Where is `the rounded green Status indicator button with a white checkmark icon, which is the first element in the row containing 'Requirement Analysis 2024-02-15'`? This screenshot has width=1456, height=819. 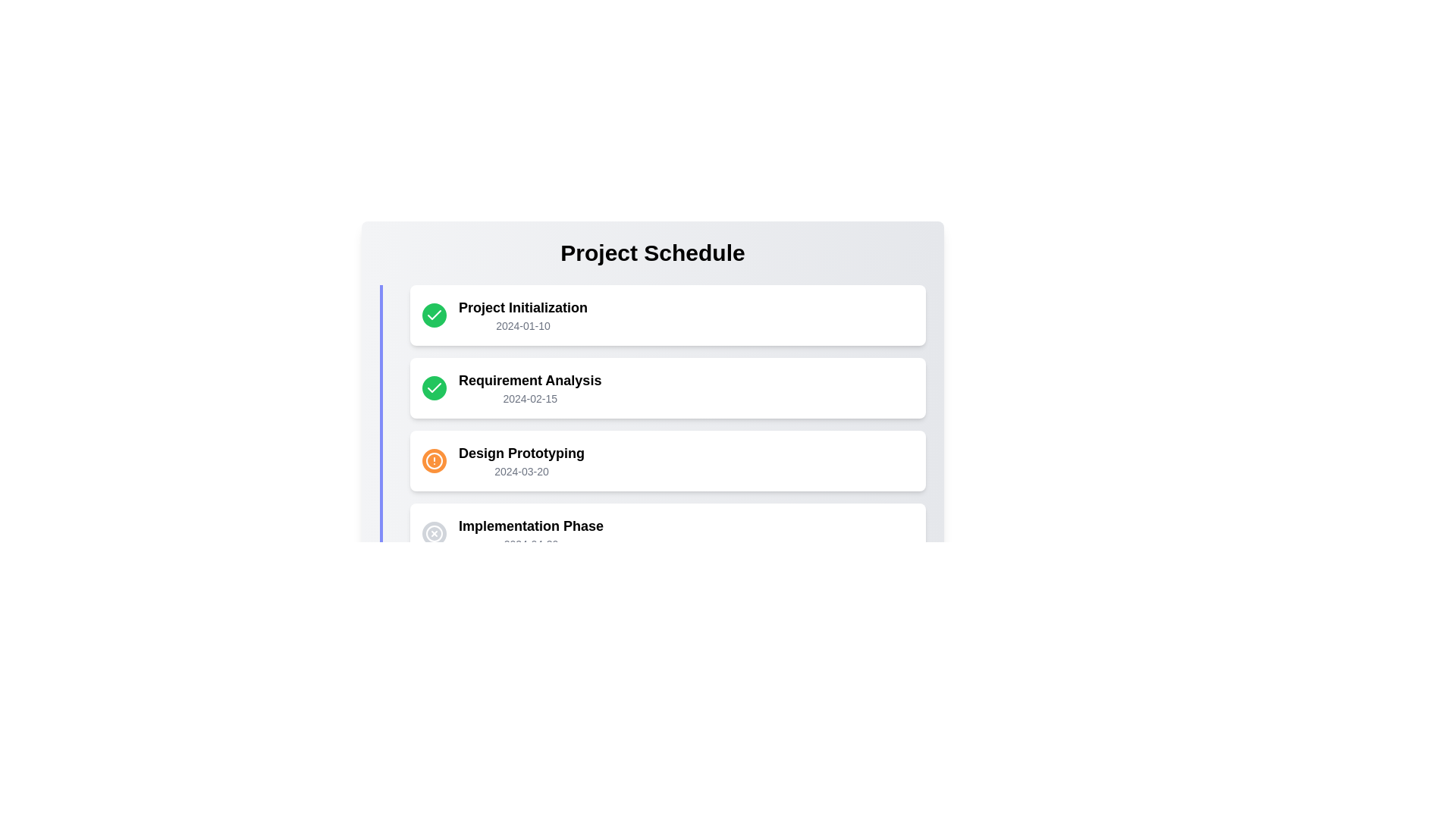
the rounded green Status indicator button with a white checkmark icon, which is the first element in the row containing 'Requirement Analysis 2024-02-15' is located at coordinates (433, 388).